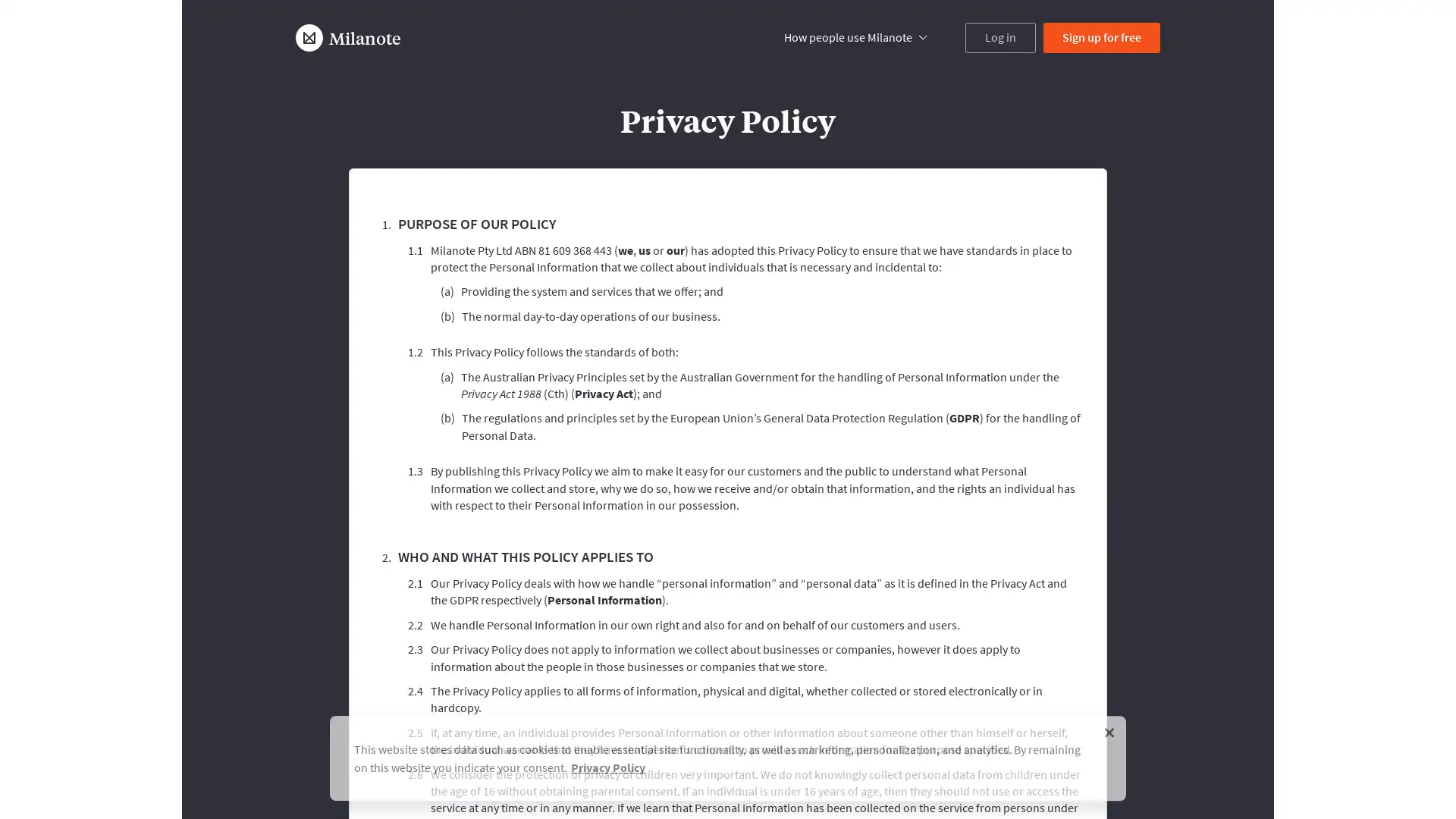 The width and height of the screenshot is (1456, 819). What do you see at coordinates (1109, 727) in the screenshot?
I see `Close` at bounding box center [1109, 727].